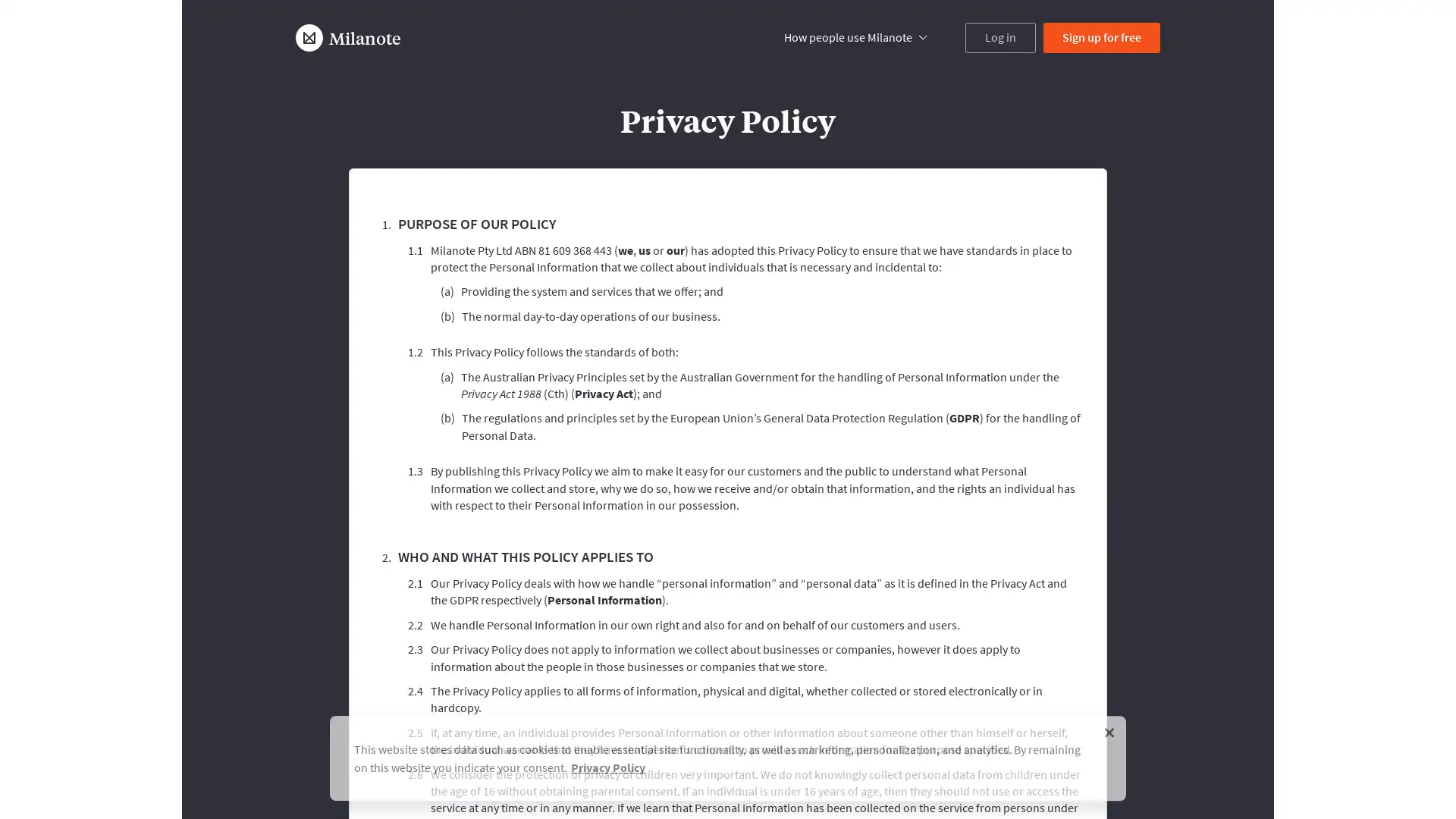 The width and height of the screenshot is (1456, 819). What do you see at coordinates (1109, 727) in the screenshot?
I see `Close` at bounding box center [1109, 727].